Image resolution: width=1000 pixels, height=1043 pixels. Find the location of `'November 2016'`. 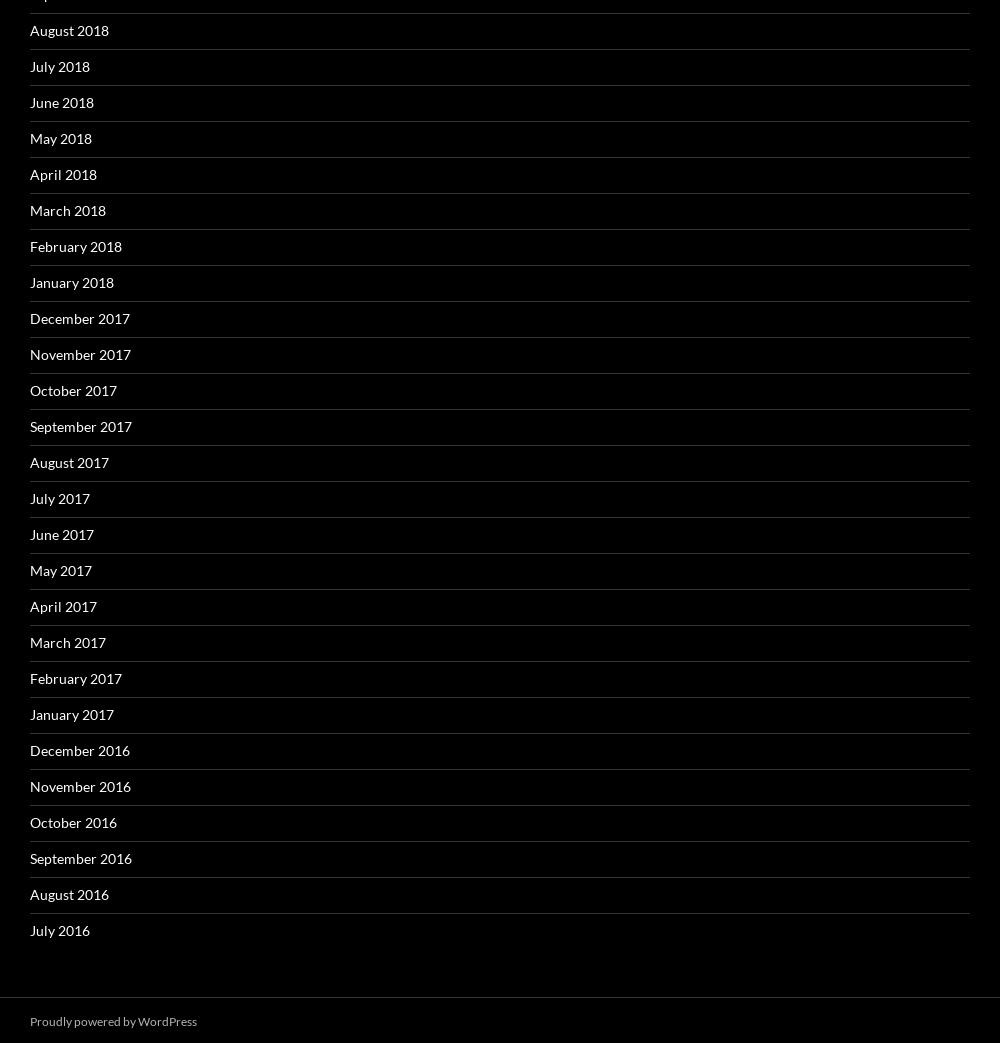

'November 2016' is located at coordinates (79, 785).